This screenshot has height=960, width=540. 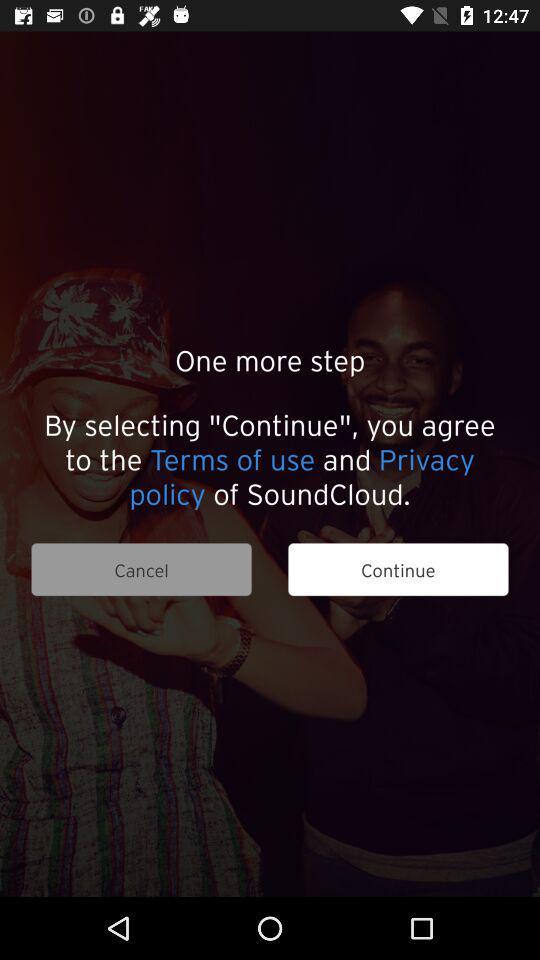 What do you see at coordinates (140, 569) in the screenshot?
I see `the item below by selecting continue icon` at bounding box center [140, 569].